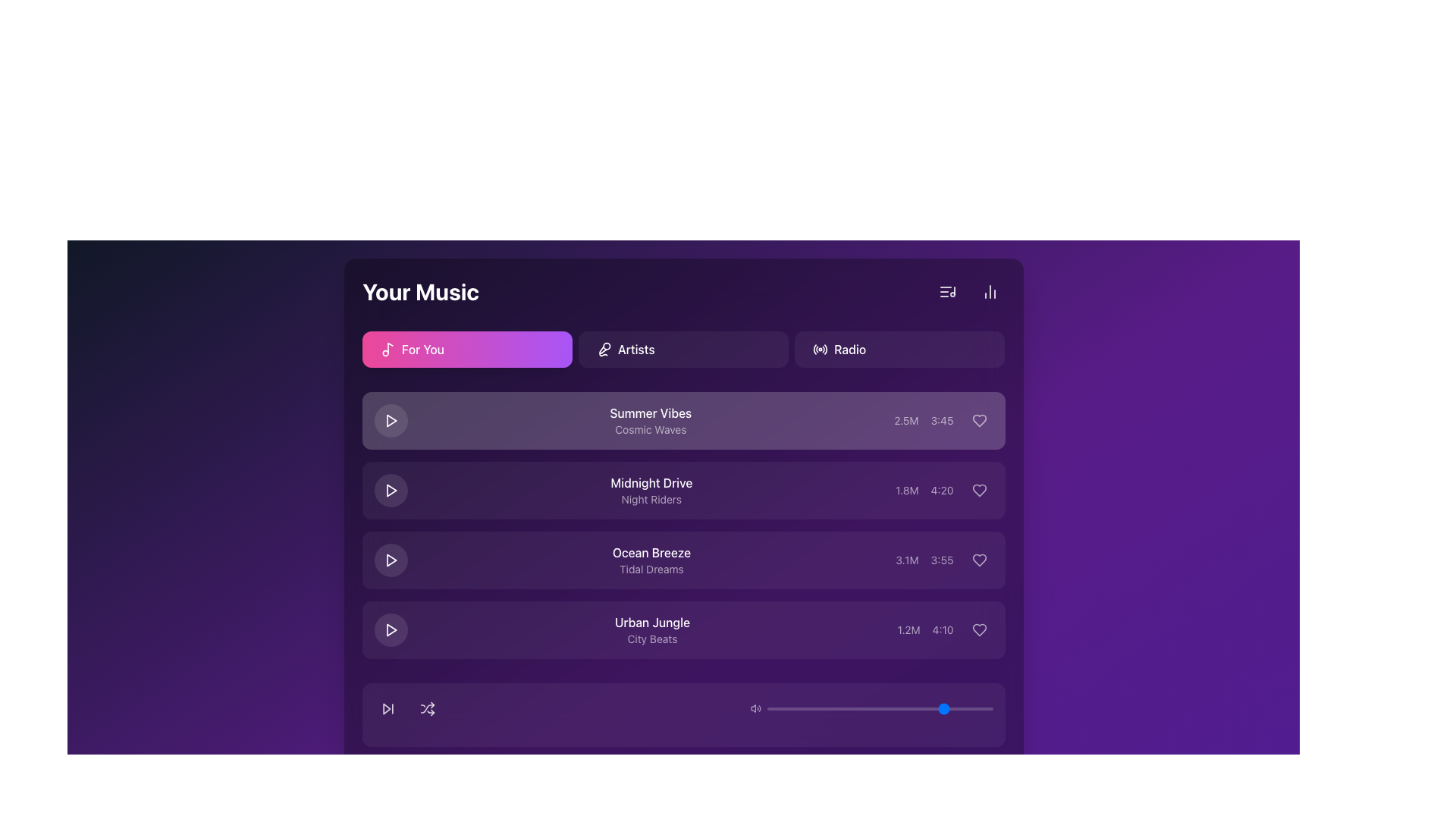 The image size is (1456, 819). Describe the element at coordinates (979, 491) in the screenshot. I see `the heart-shaped icon button located on the right side of the third list item row under the track title 'Midnight Drive'` at that location.